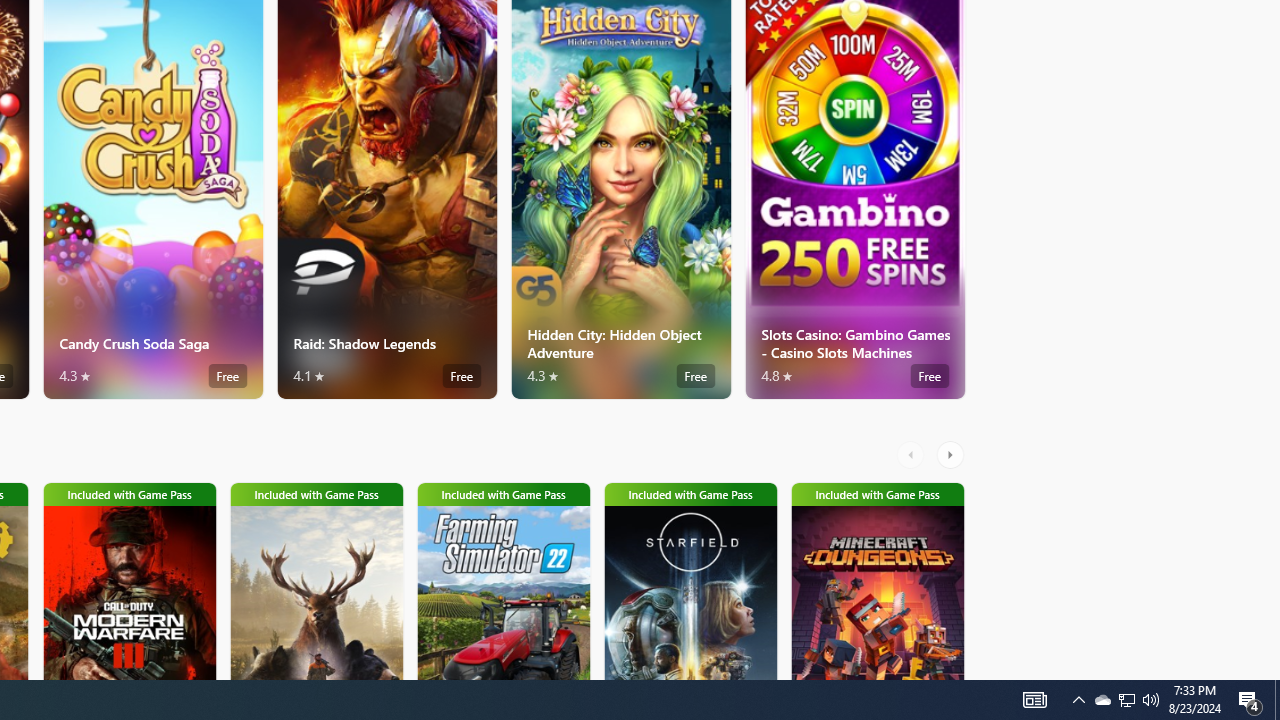  I want to click on 'AutomationID: LeftScrollButton', so click(912, 455).